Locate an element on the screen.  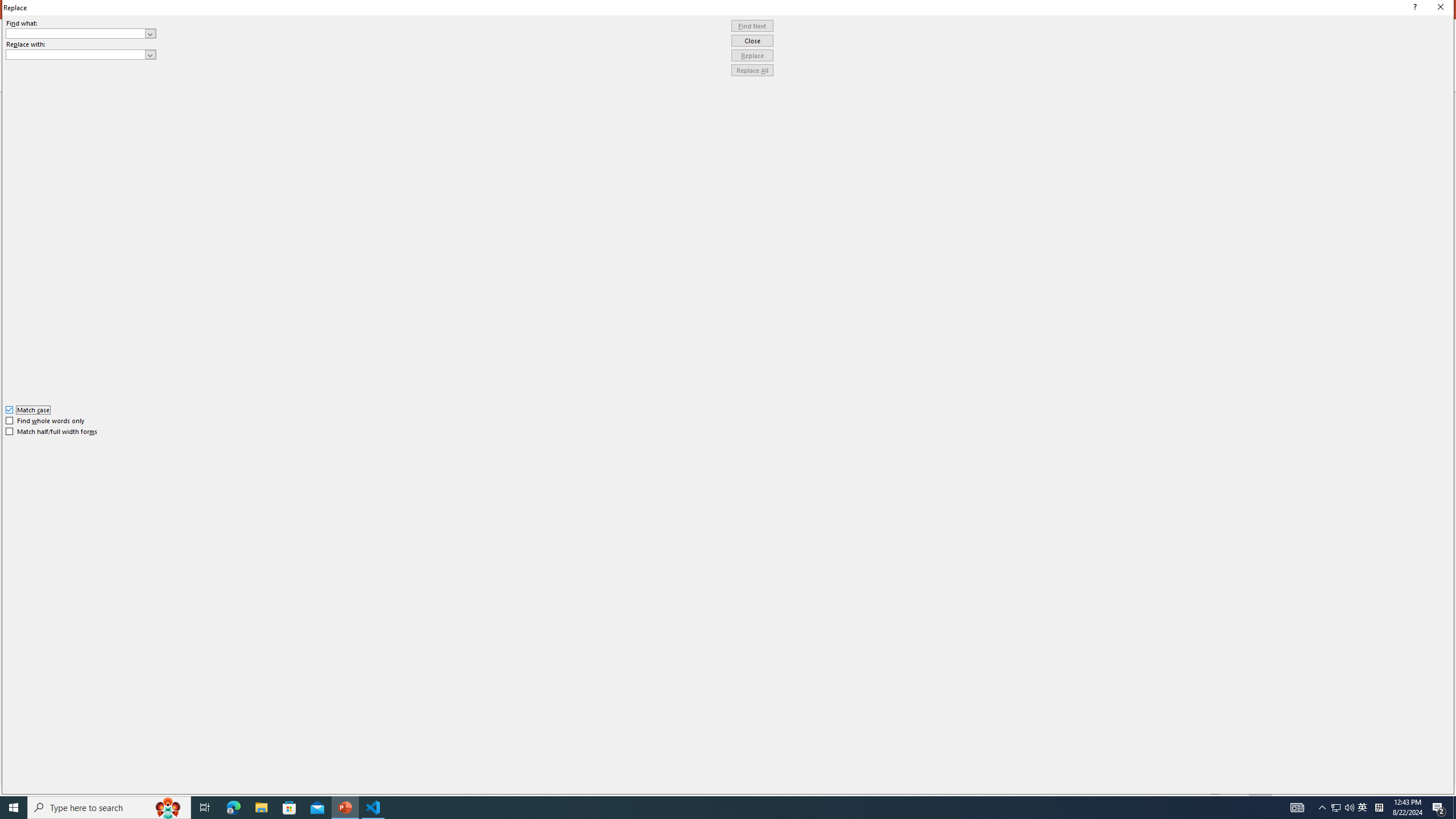
'Replace with' is located at coordinates (81, 54).